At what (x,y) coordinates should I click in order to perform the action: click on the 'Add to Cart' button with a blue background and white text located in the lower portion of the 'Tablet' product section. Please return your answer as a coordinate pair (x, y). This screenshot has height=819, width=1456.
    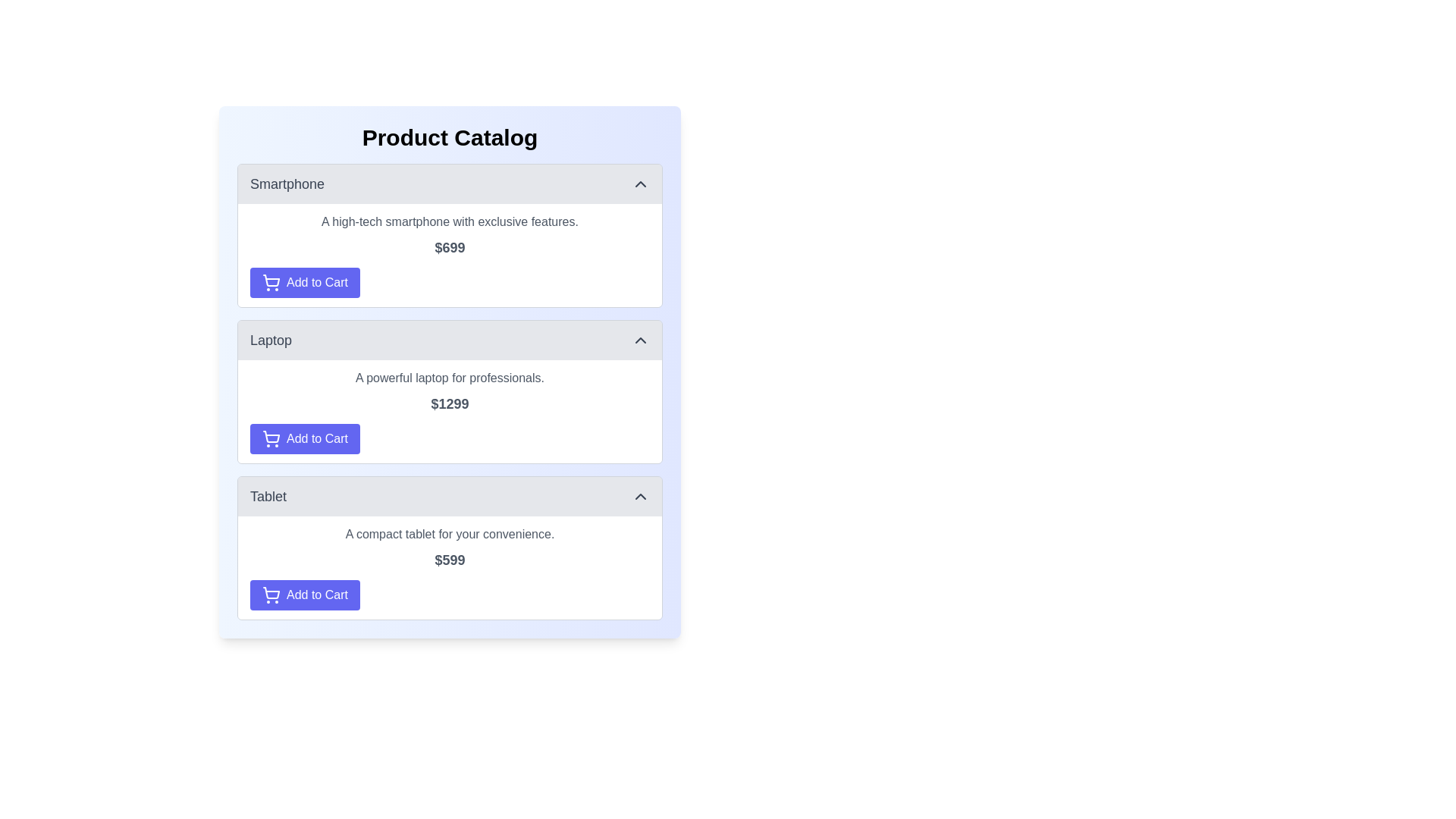
    Looking at the image, I should click on (304, 595).